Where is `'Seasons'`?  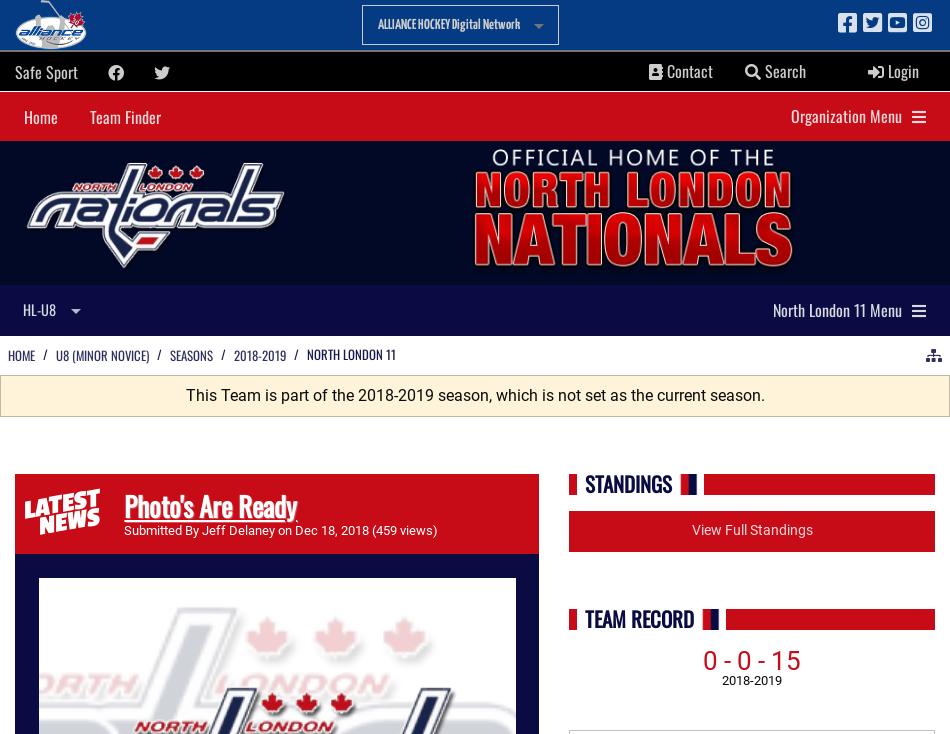
'Seasons' is located at coordinates (191, 354).